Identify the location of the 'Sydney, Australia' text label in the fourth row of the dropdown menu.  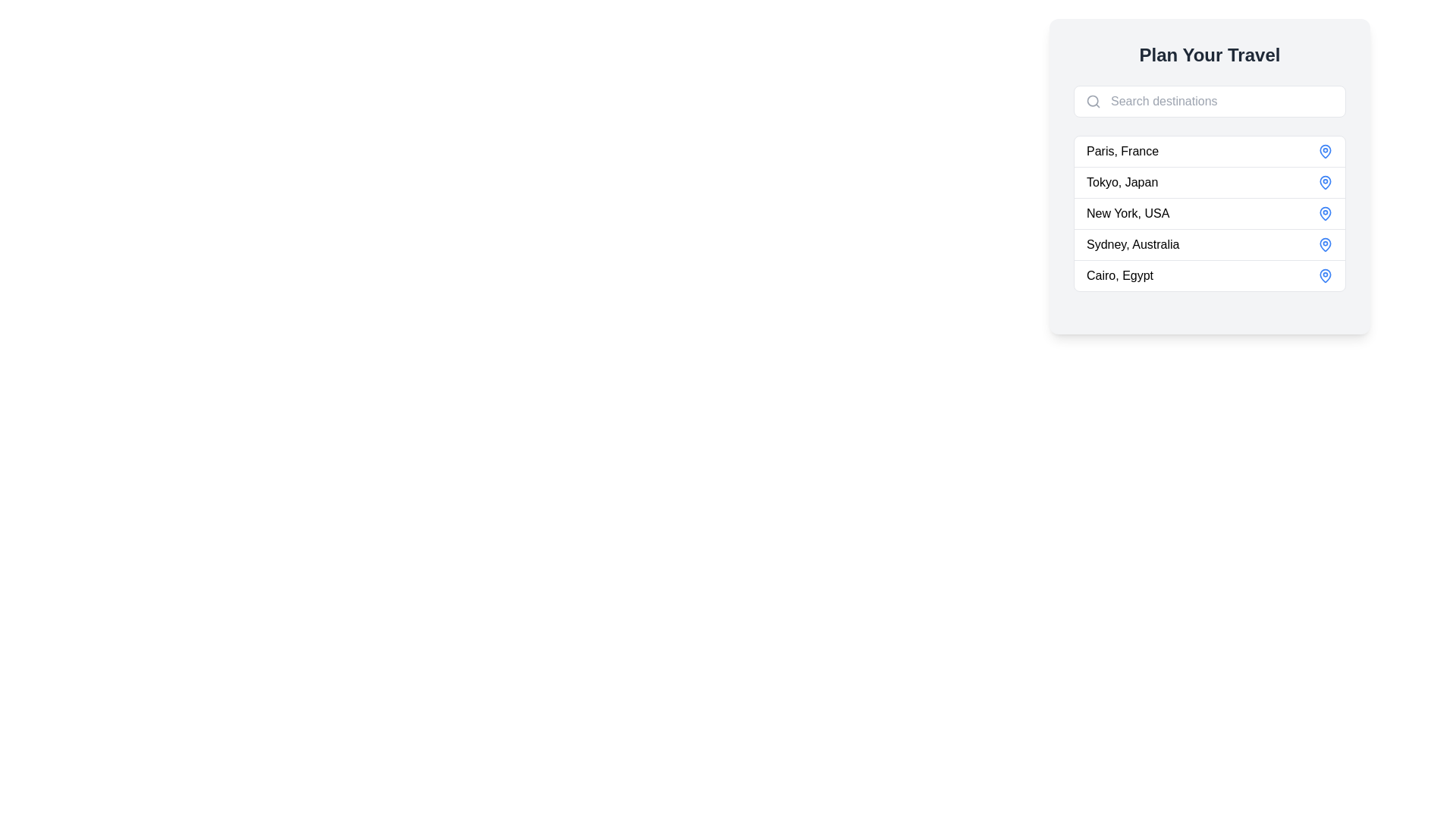
(1132, 244).